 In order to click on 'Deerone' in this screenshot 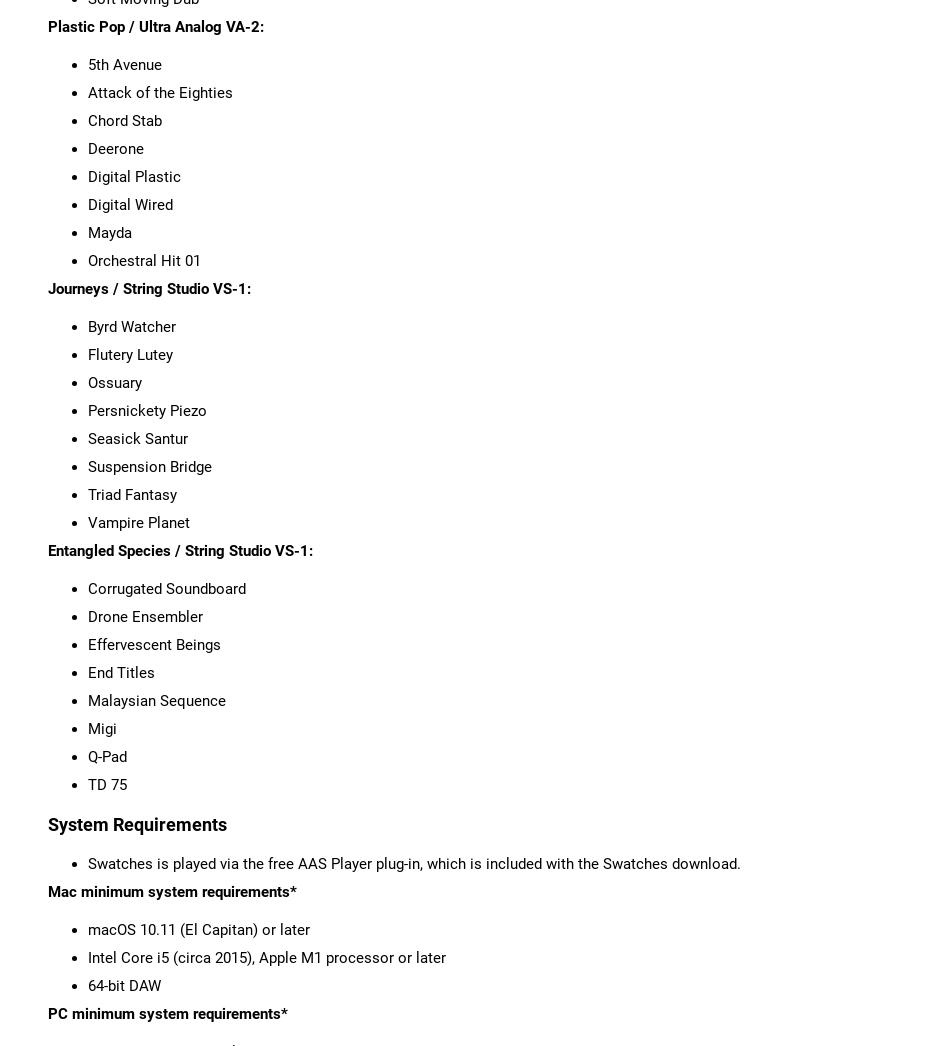, I will do `click(115, 147)`.